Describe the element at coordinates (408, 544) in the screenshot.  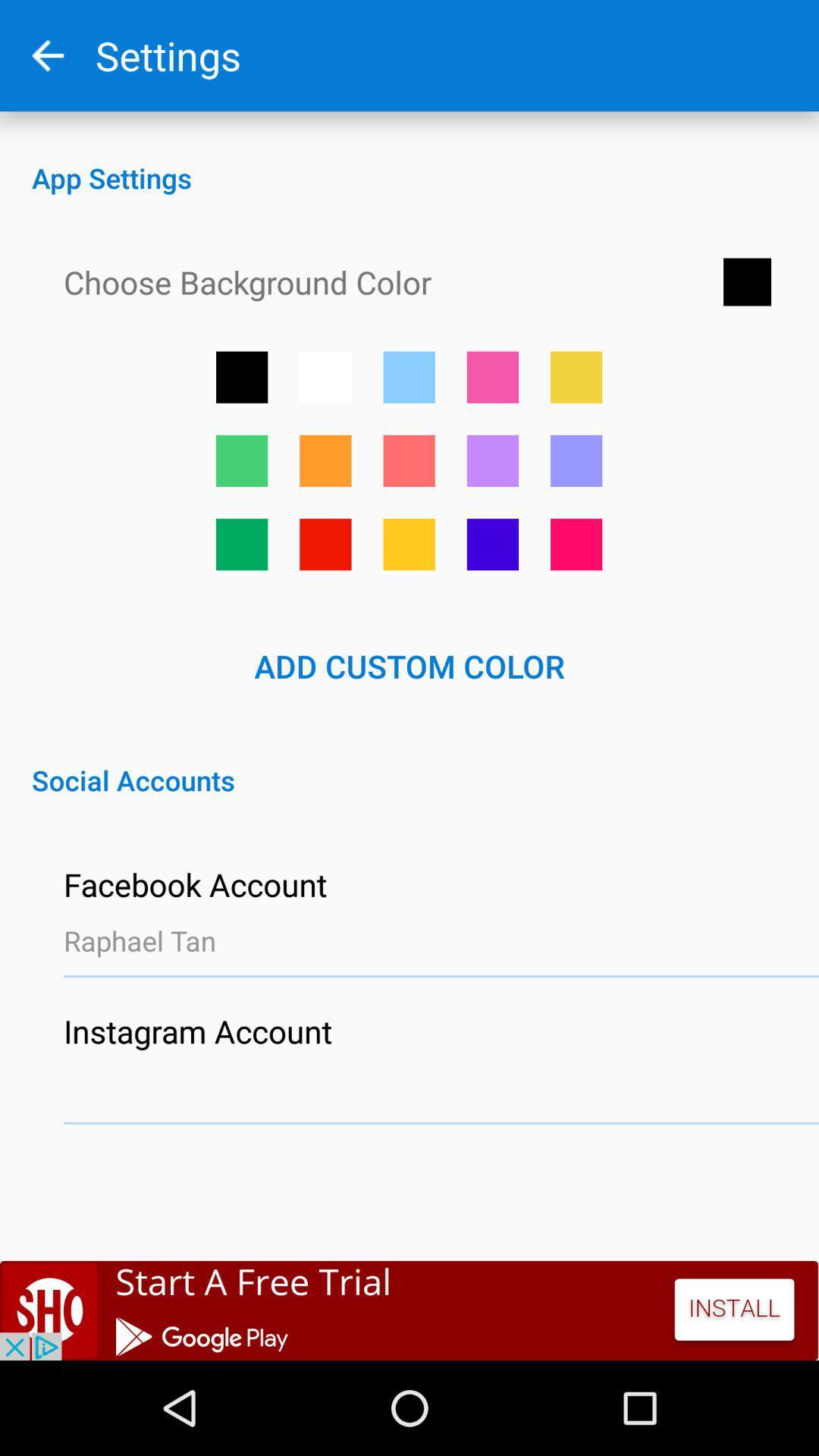
I see `colour selection` at that location.